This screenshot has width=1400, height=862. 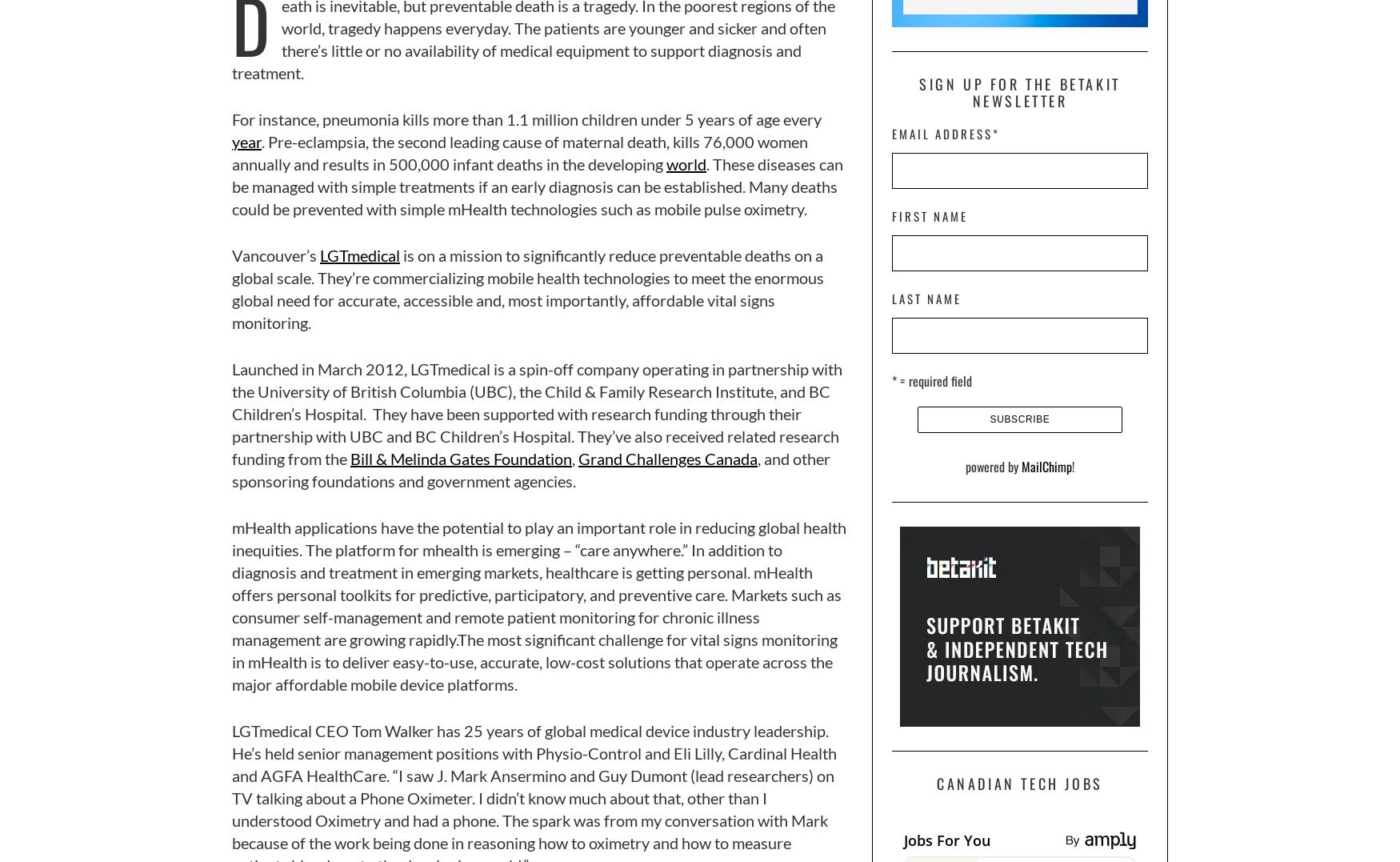 I want to click on '* = required field', so click(x=930, y=379).